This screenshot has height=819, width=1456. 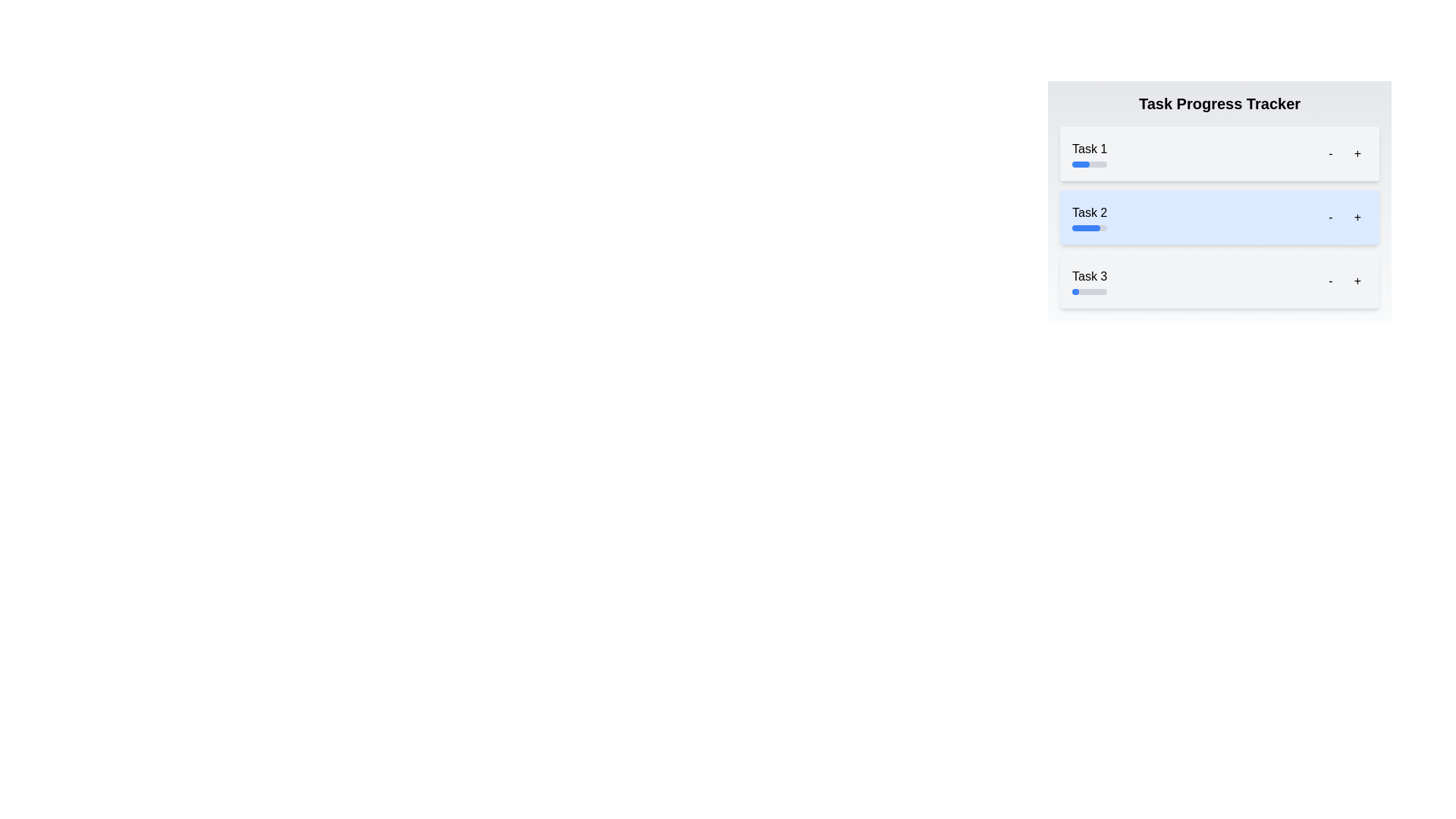 What do you see at coordinates (1330, 281) in the screenshot?
I see `the Task 3 progress adjustment button (decrement)` at bounding box center [1330, 281].